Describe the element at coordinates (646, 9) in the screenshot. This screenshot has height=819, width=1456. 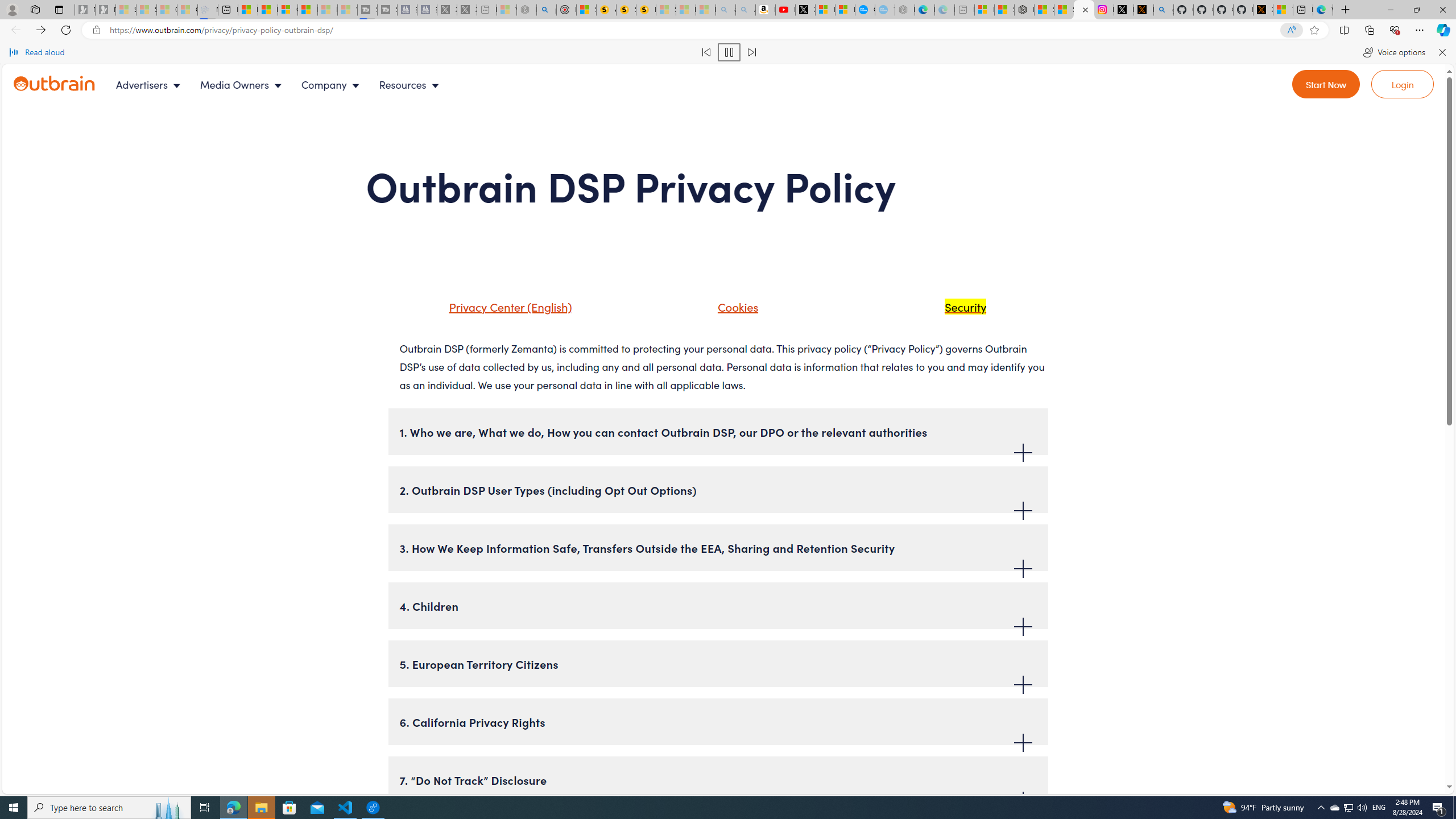
I see `'Michelle Starr, Senior Journalist at ScienceAlert'` at that location.